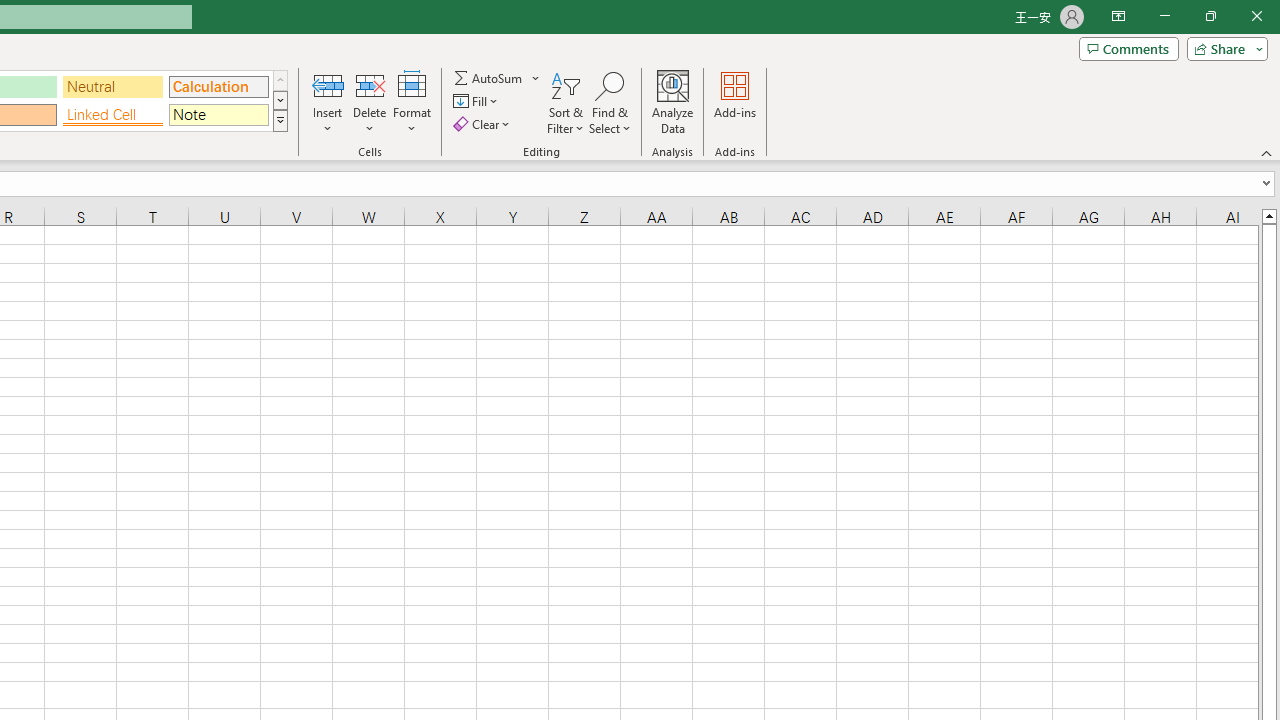 The image size is (1280, 720). Describe the element at coordinates (279, 120) in the screenshot. I see `'Cell Styles'` at that location.